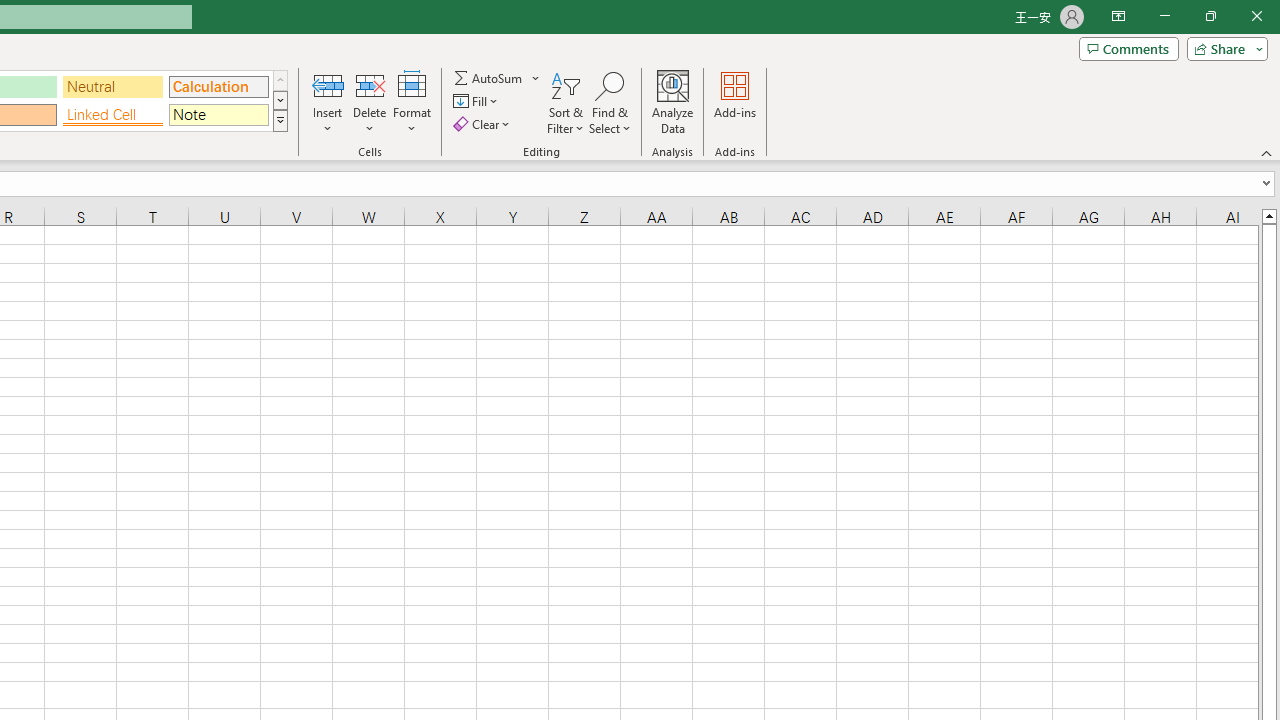 The image size is (1280, 720). Describe the element at coordinates (279, 120) in the screenshot. I see `'Cell Styles'` at that location.